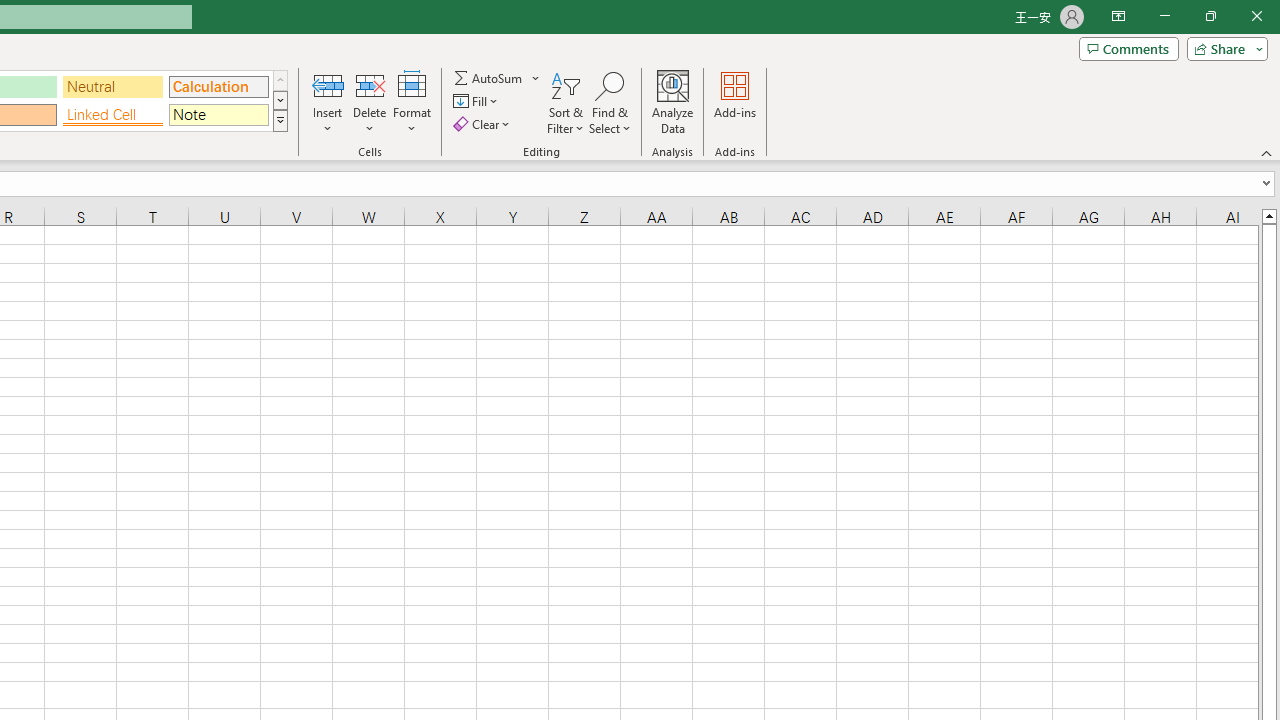 The image size is (1280, 720). Describe the element at coordinates (279, 120) in the screenshot. I see `'Cell Styles'` at that location.